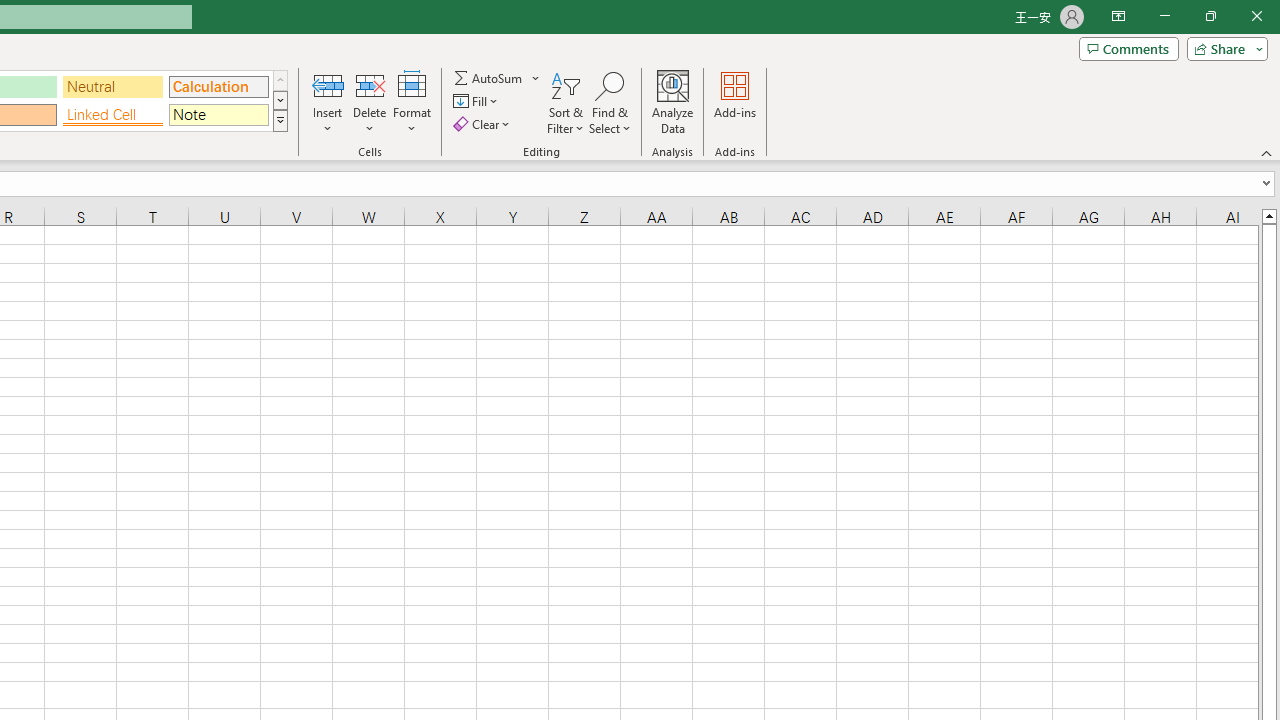 The image size is (1280, 720). Describe the element at coordinates (279, 120) in the screenshot. I see `'Cell Styles'` at that location.